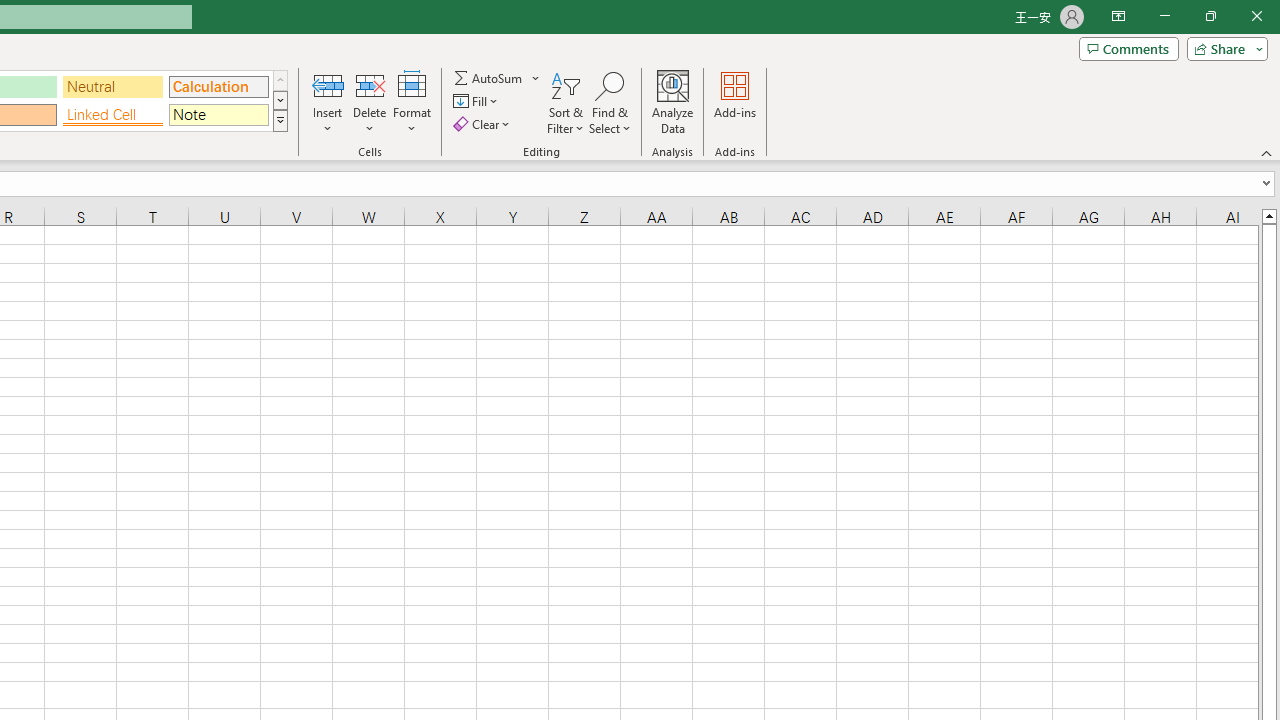 The image size is (1280, 720). Describe the element at coordinates (279, 120) in the screenshot. I see `'Cell Styles'` at that location.